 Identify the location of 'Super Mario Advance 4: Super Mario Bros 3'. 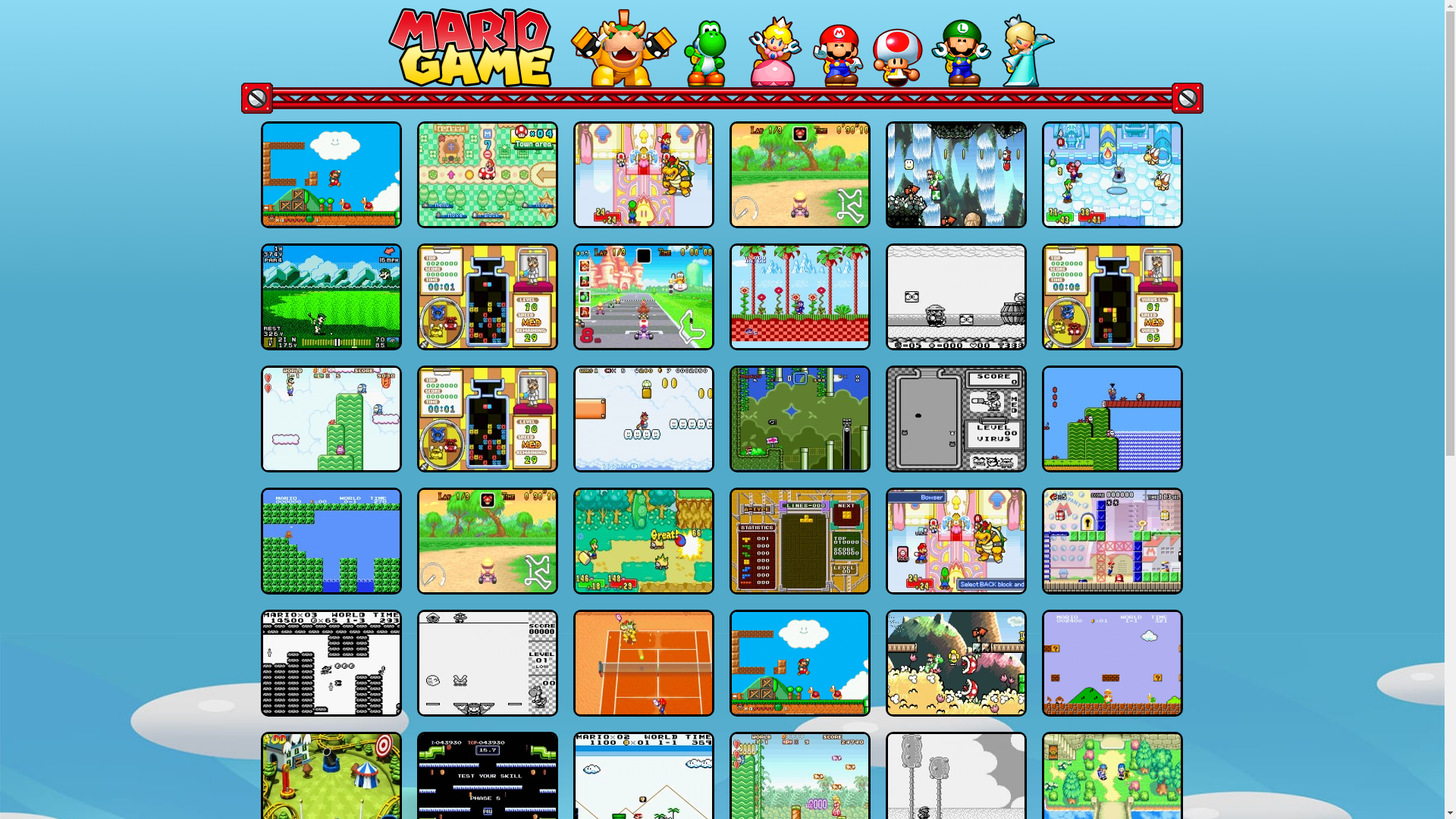
(644, 417).